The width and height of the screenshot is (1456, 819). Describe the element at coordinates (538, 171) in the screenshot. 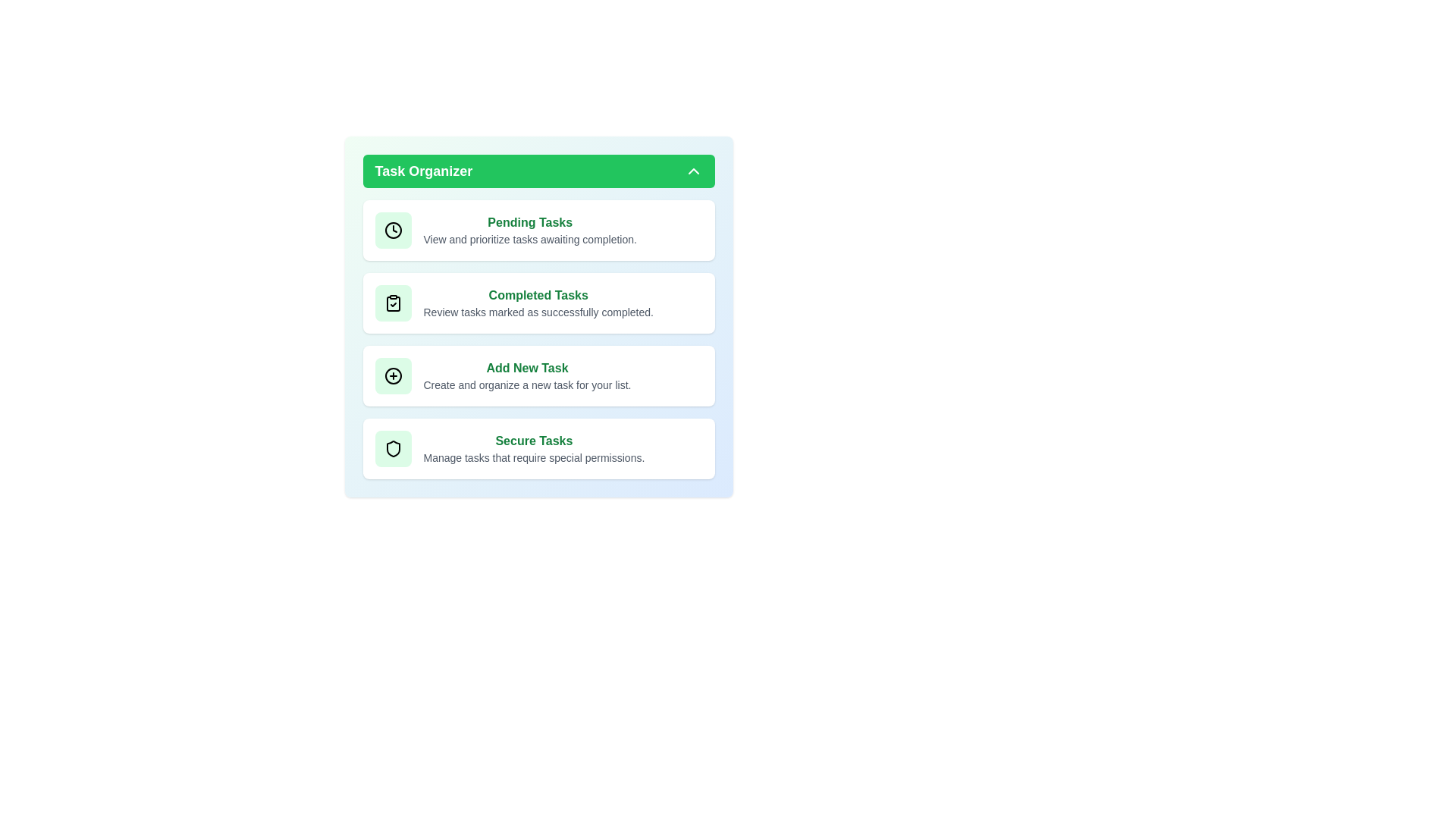

I see `the toggle button to expand or collapse the Task Organizer panel` at that location.